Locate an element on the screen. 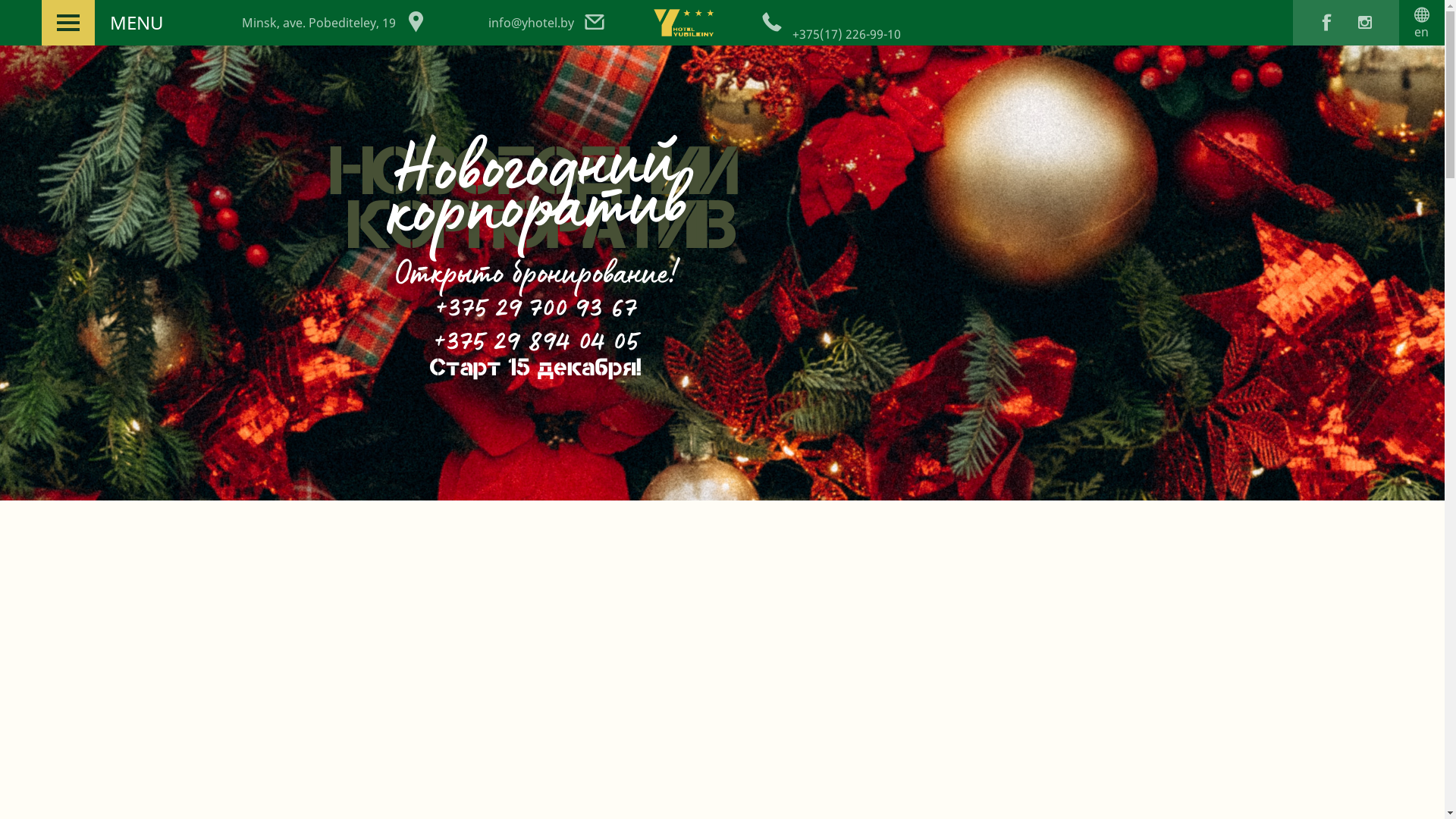 Image resolution: width=1456 pixels, height=819 pixels. '+375(17) 226-99-10' is located at coordinates (846, 34).